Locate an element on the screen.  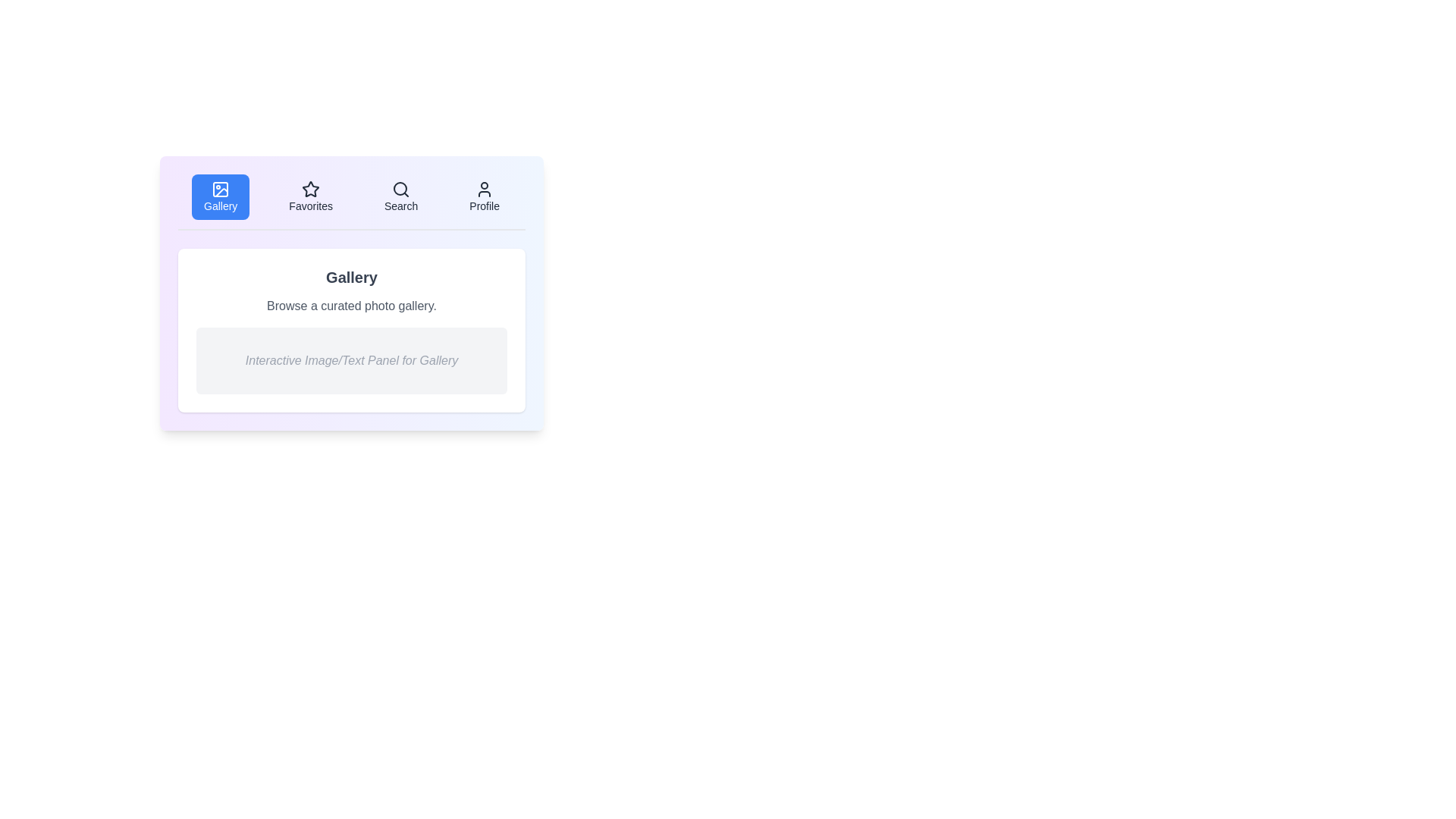
the tab icon for Favorites is located at coordinates (309, 189).